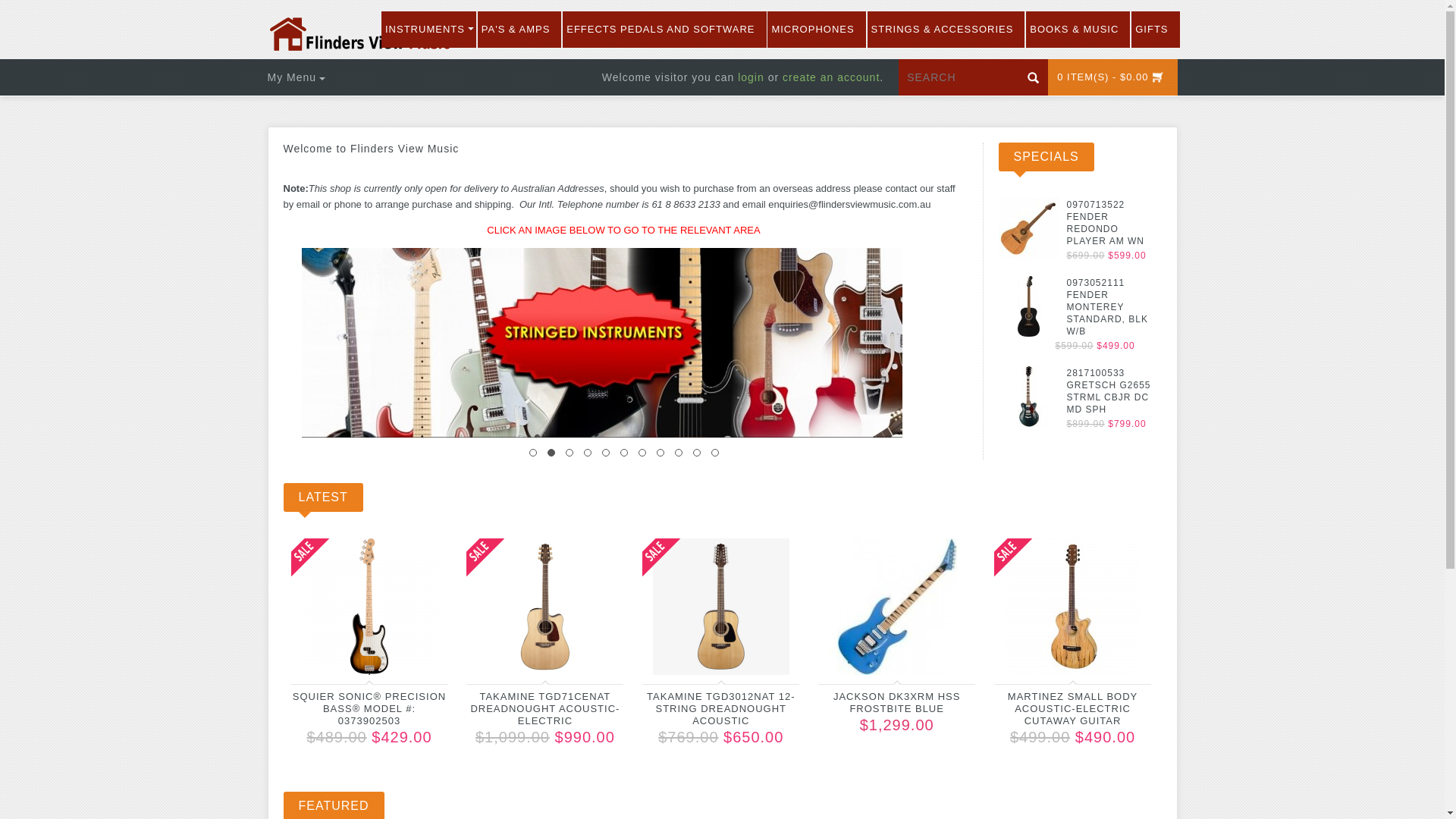  I want to click on 'create an account', so click(830, 77).